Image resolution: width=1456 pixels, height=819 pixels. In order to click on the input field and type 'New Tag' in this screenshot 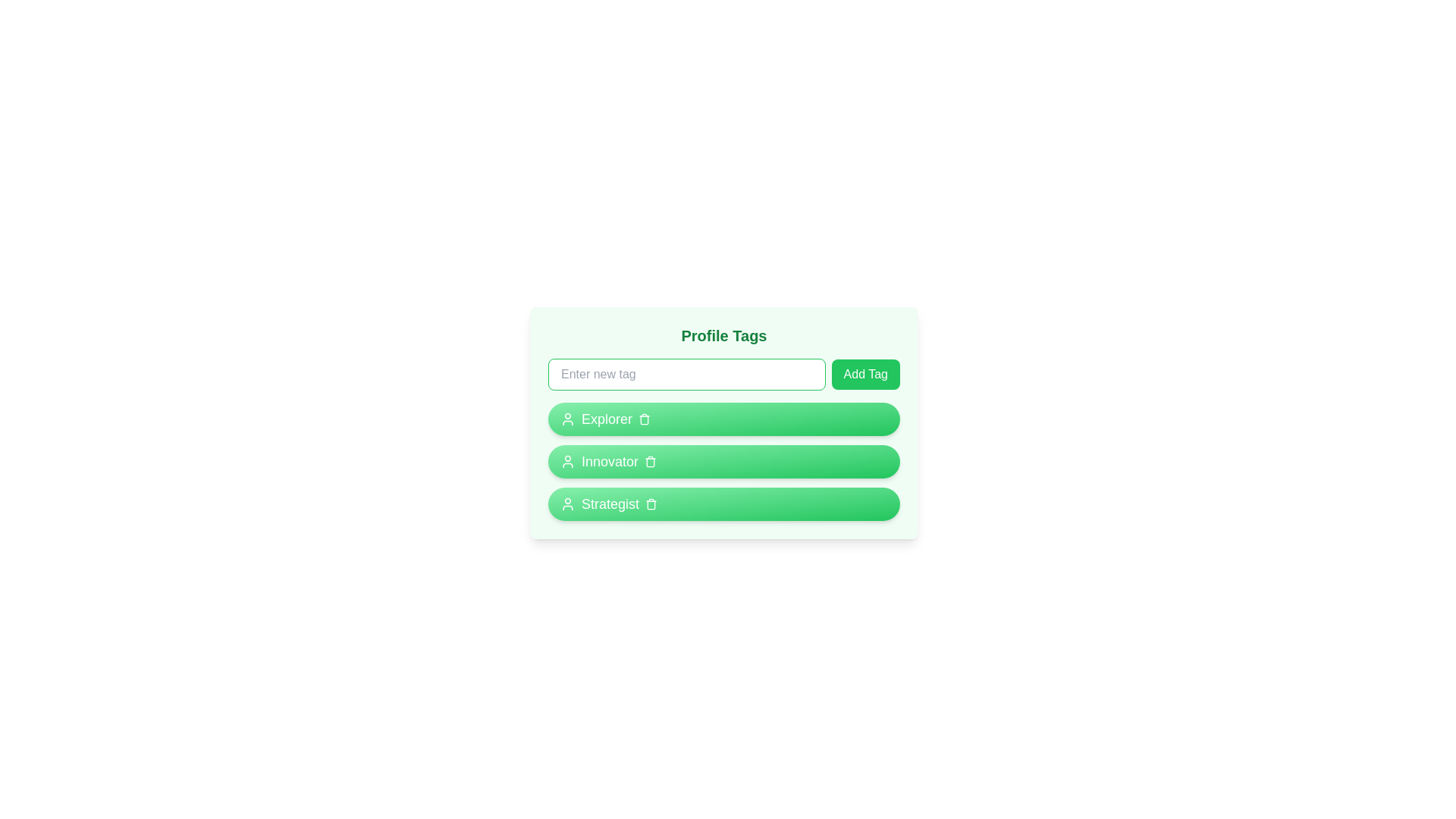, I will do `click(686, 374)`.